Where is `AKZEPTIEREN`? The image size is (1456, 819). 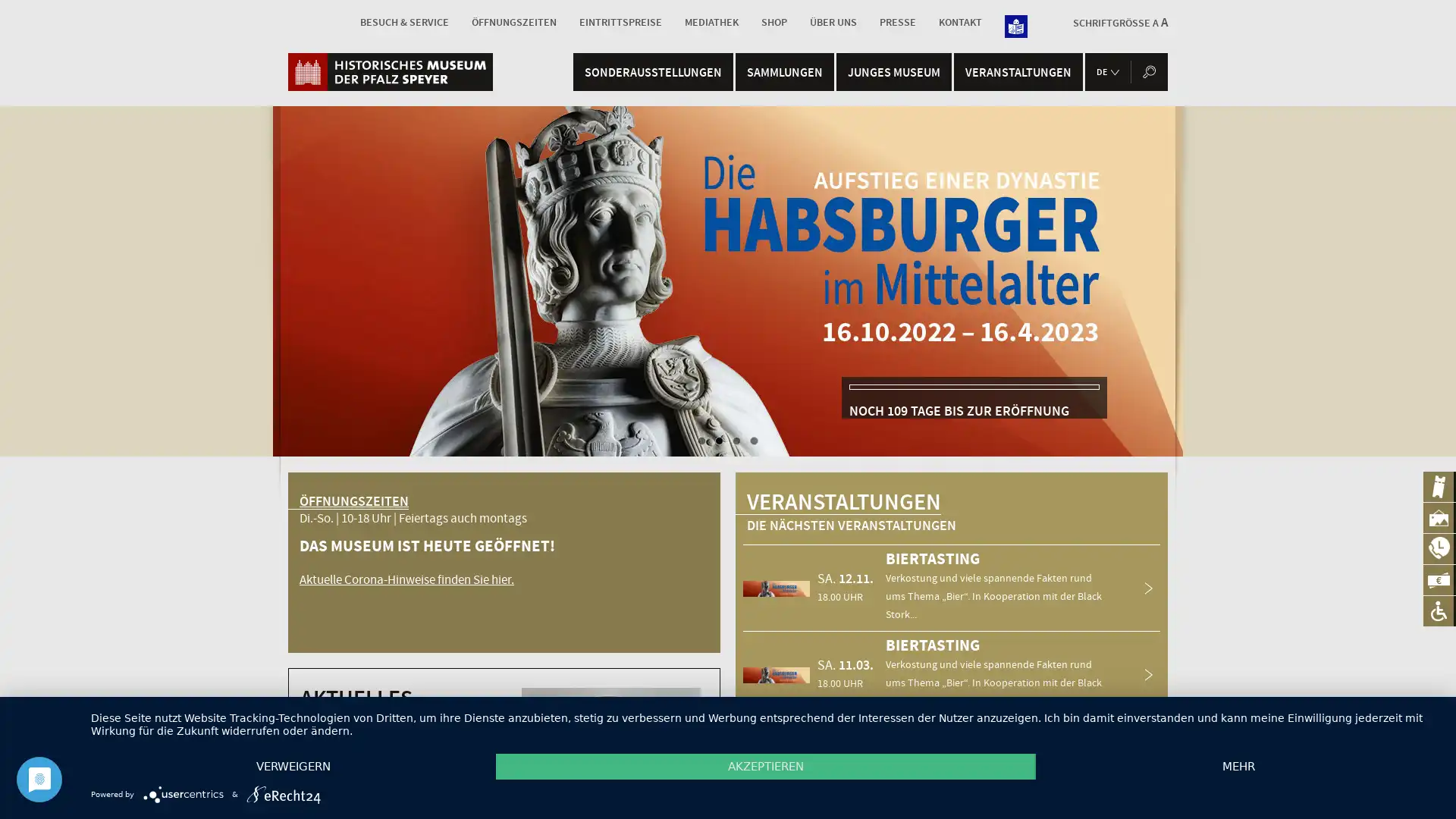
AKZEPTIEREN is located at coordinates (765, 766).